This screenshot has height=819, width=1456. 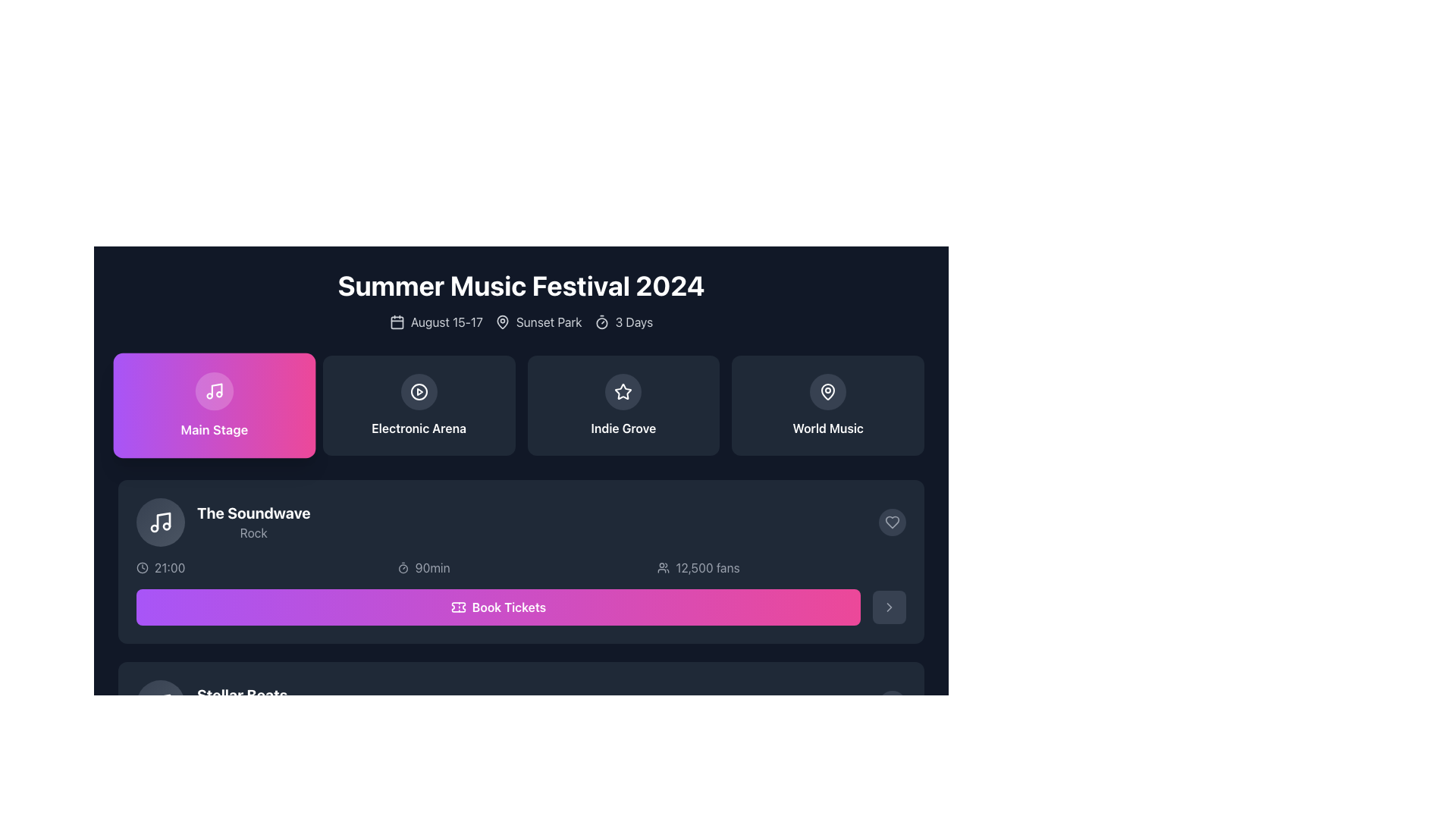 I want to click on the horizontally elongated rectangular button labeled 'Book Tickets' with a gradient background transitioning from purple to pink to initiate the ticket booking process, so click(x=521, y=789).